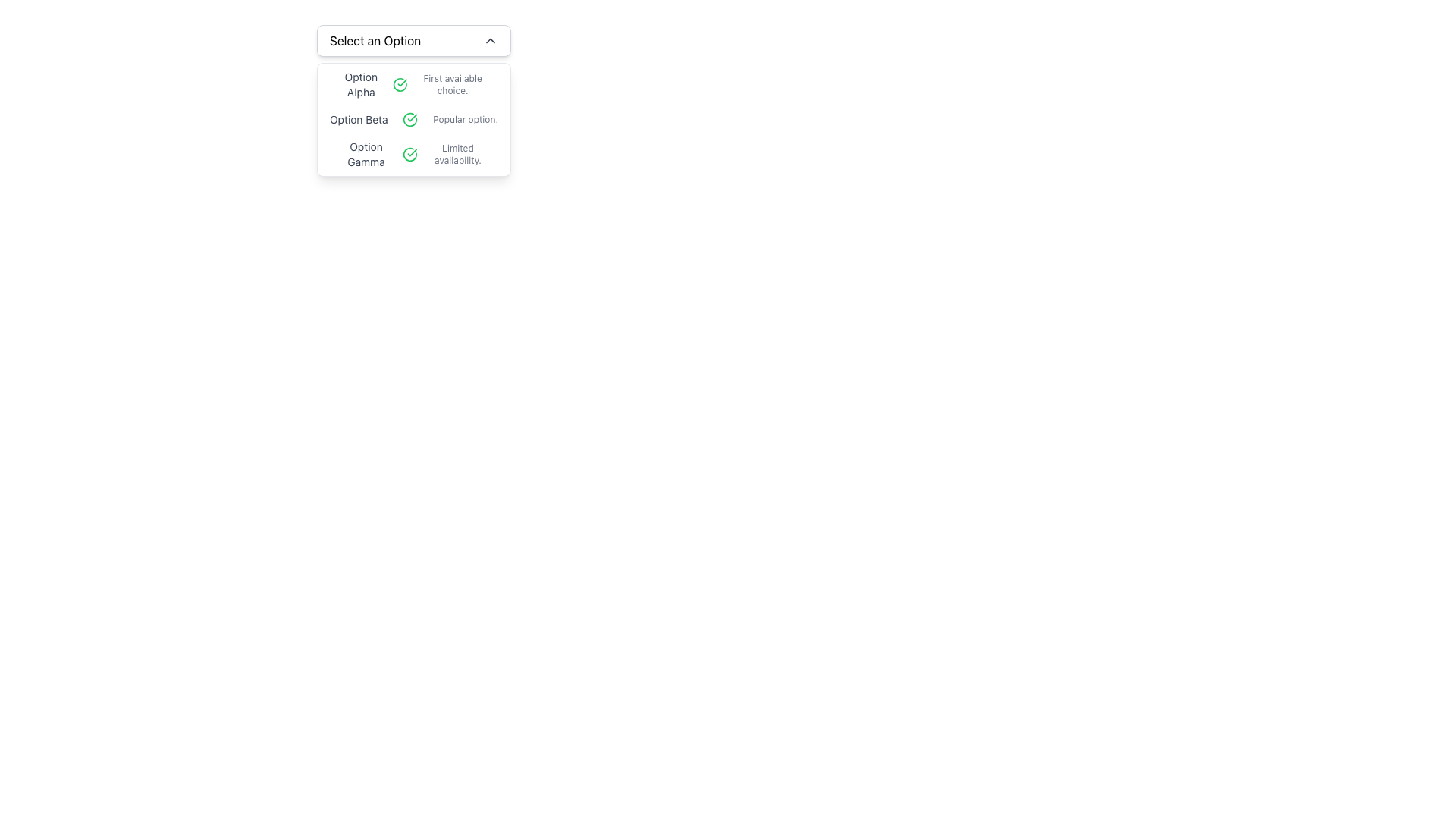 Image resolution: width=1456 pixels, height=819 pixels. Describe the element at coordinates (360, 84) in the screenshot. I see `the first selectable option label in the dropdown menu, which is located at the top left of the list` at that location.